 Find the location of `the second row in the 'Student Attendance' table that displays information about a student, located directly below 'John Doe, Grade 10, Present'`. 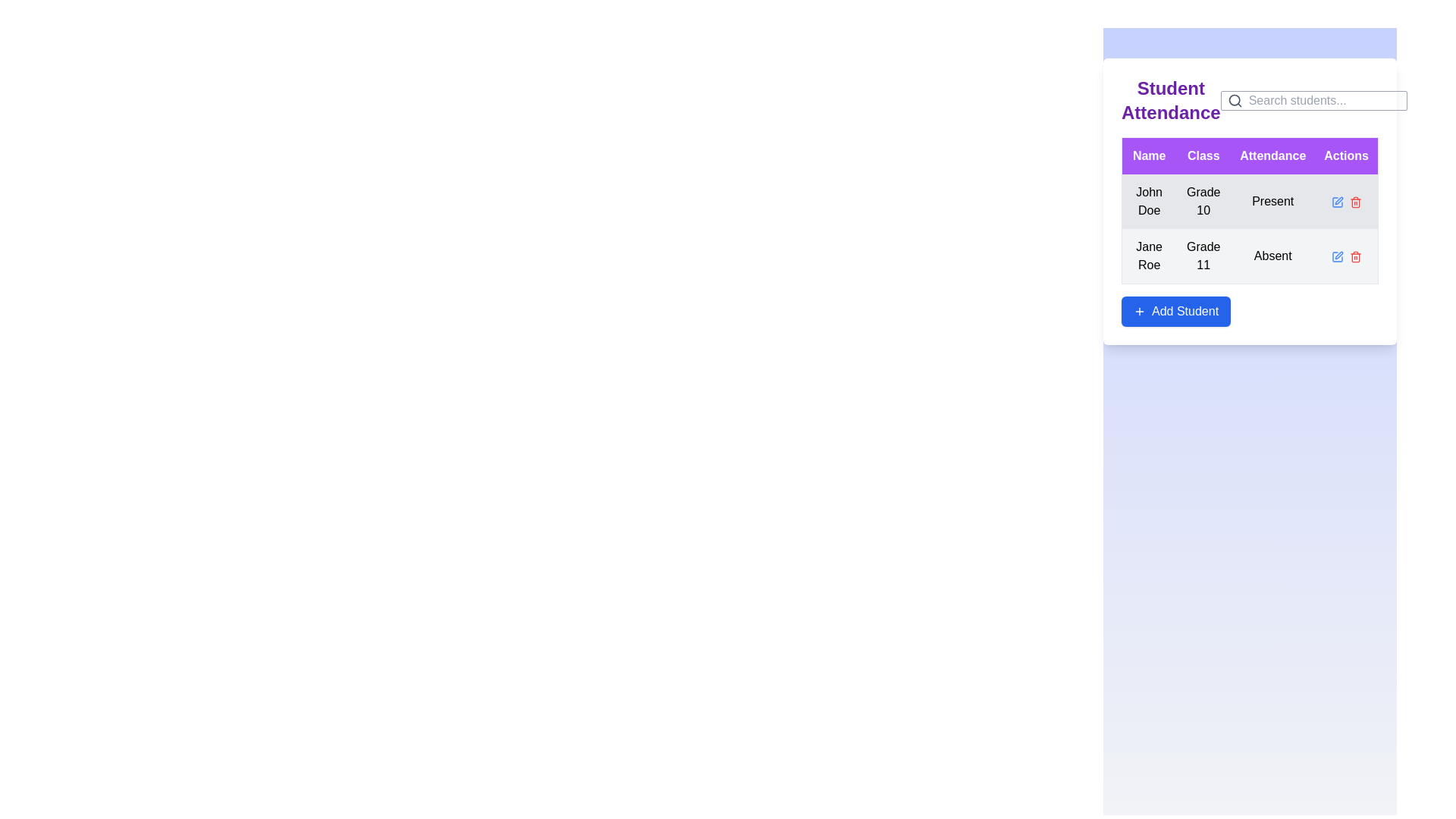

the second row in the 'Student Attendance' table that displays information about a student, located directly below 'John Doe, Grade 10, Present' is located at coordinates (1250, 256).